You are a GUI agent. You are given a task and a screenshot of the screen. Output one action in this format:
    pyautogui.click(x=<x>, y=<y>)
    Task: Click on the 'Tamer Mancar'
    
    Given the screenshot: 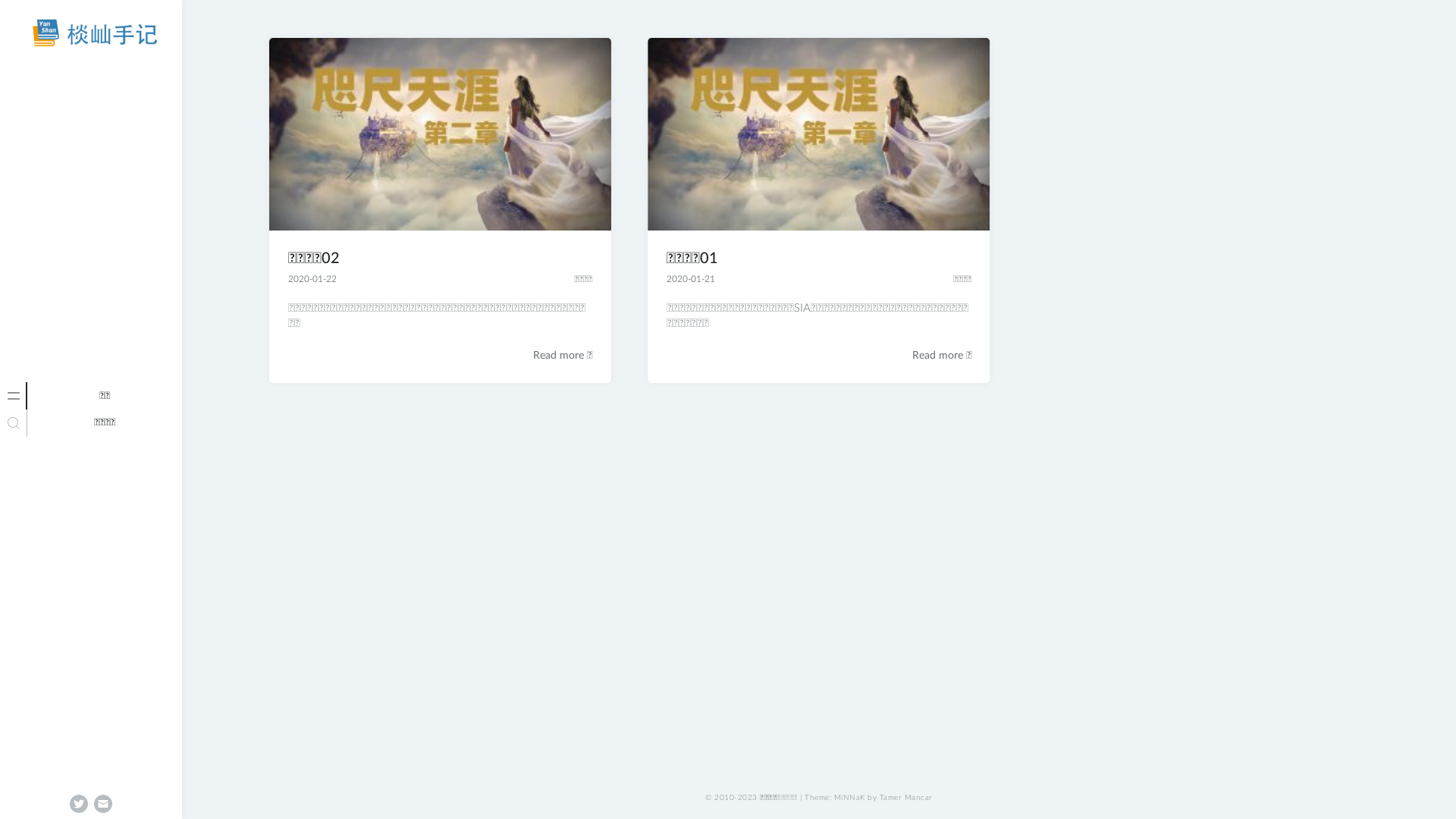 What is the action you would take?
    pyautogui.click(x=906, y=797)
    